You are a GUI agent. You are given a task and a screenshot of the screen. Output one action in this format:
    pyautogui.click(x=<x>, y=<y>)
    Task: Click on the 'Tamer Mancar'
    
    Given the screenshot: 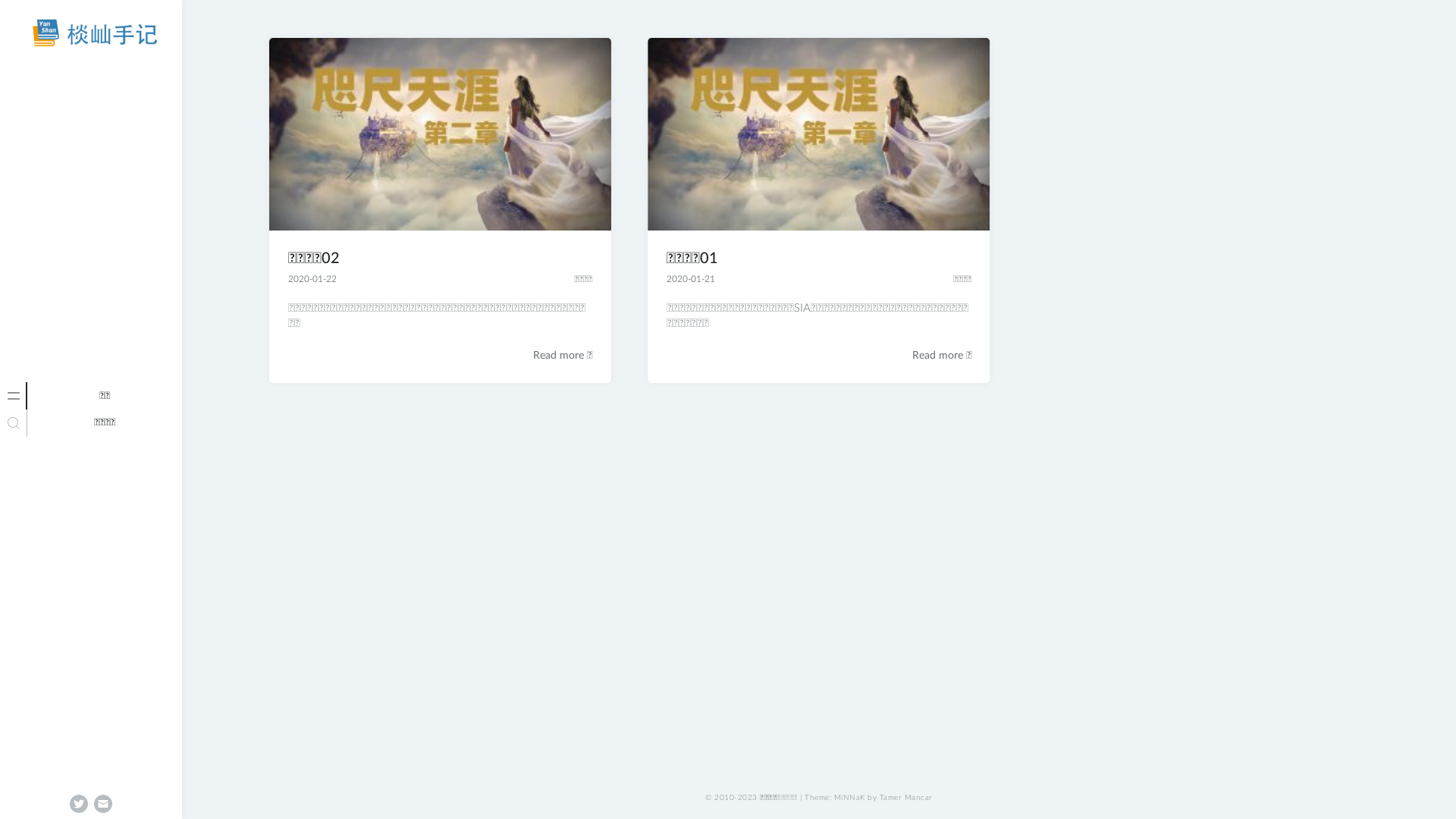 What is the action you would take?
    pyautogui.click(x=906, y=797)
    